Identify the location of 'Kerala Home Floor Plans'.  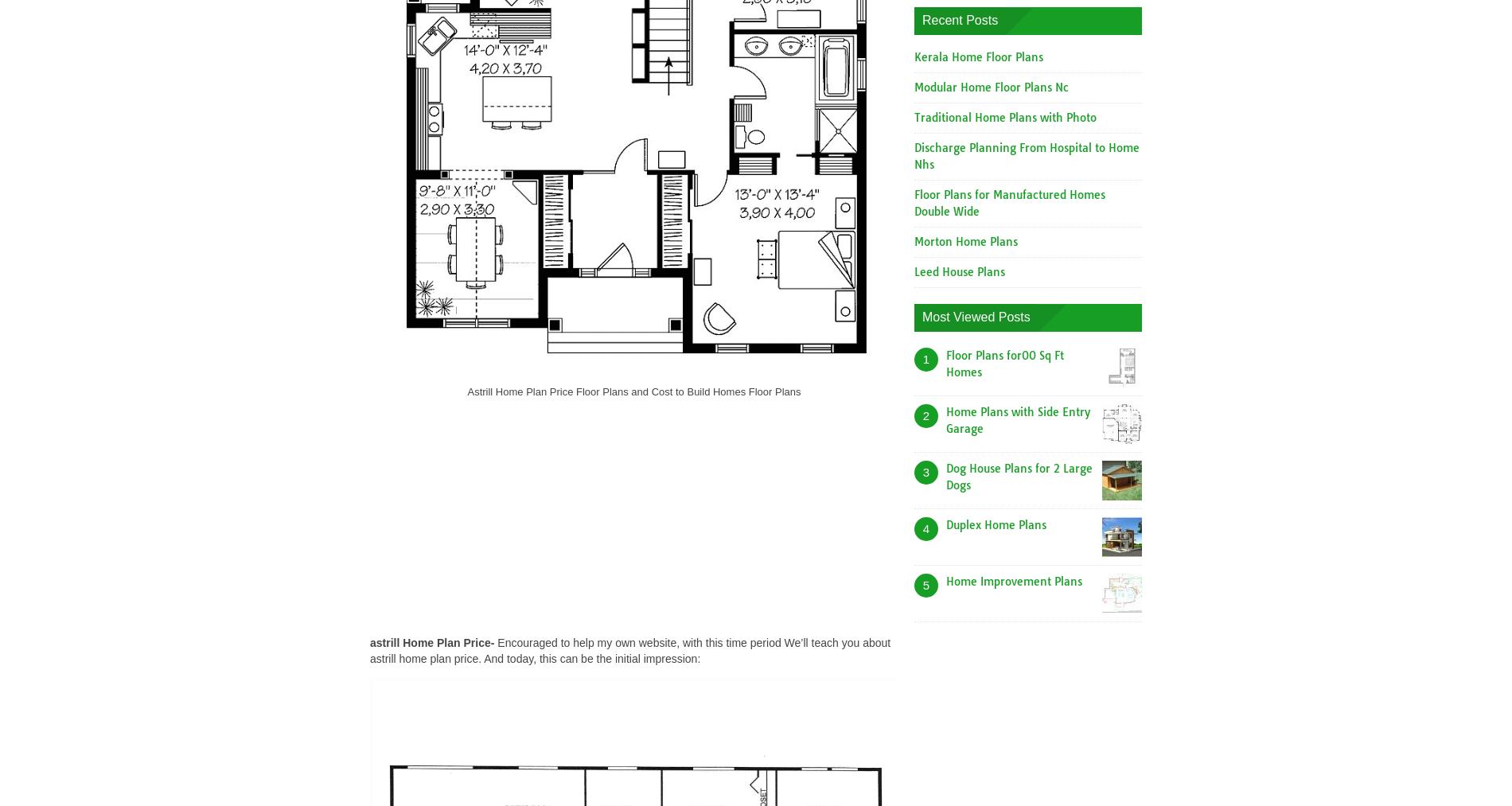
(978, 56).